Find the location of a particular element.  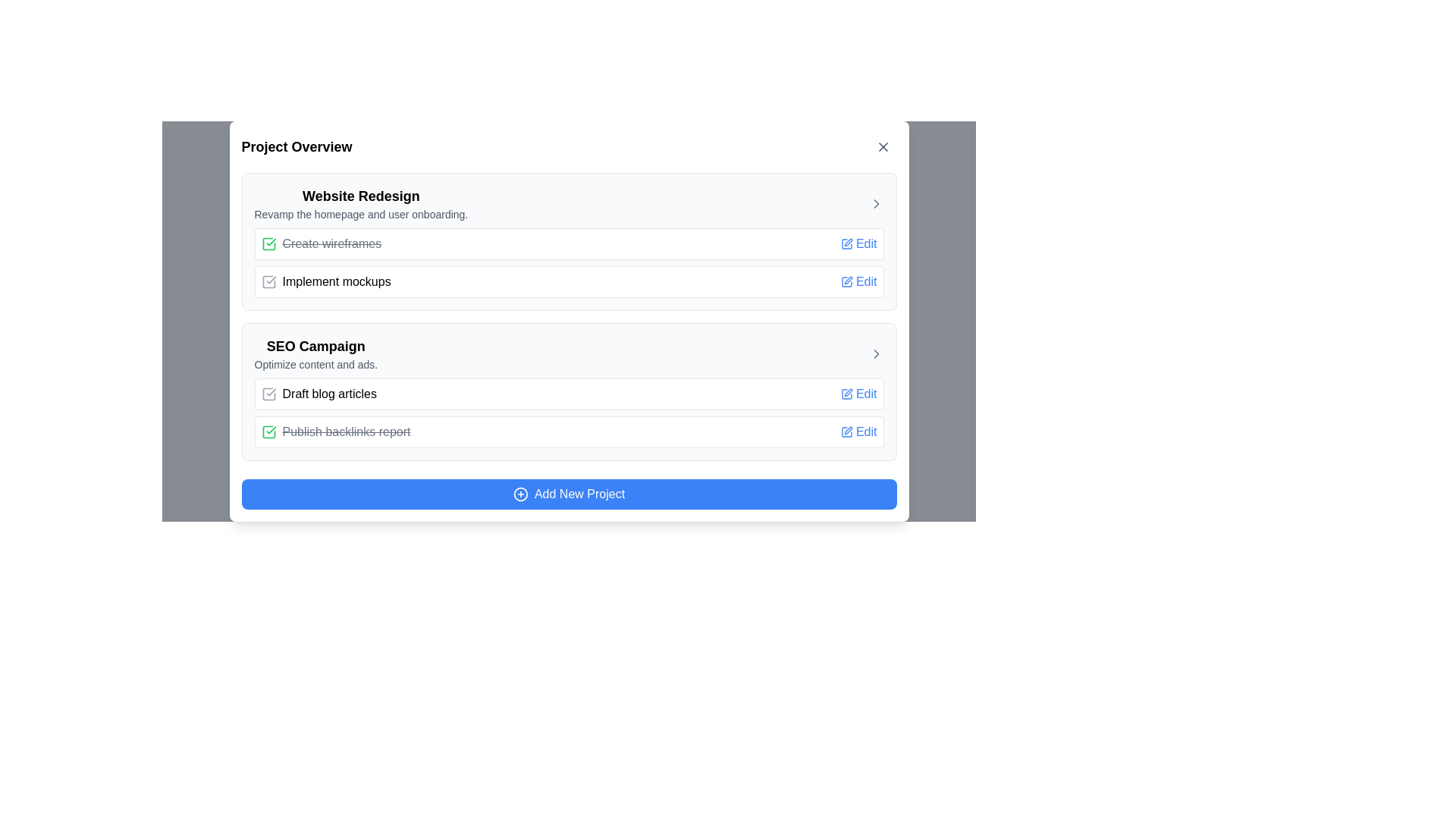

the static text content describing the 'SEO Campaign' project, which is the third item under the 'Website Redesign' heading in a vertical list is located at coordinates (315, 353).